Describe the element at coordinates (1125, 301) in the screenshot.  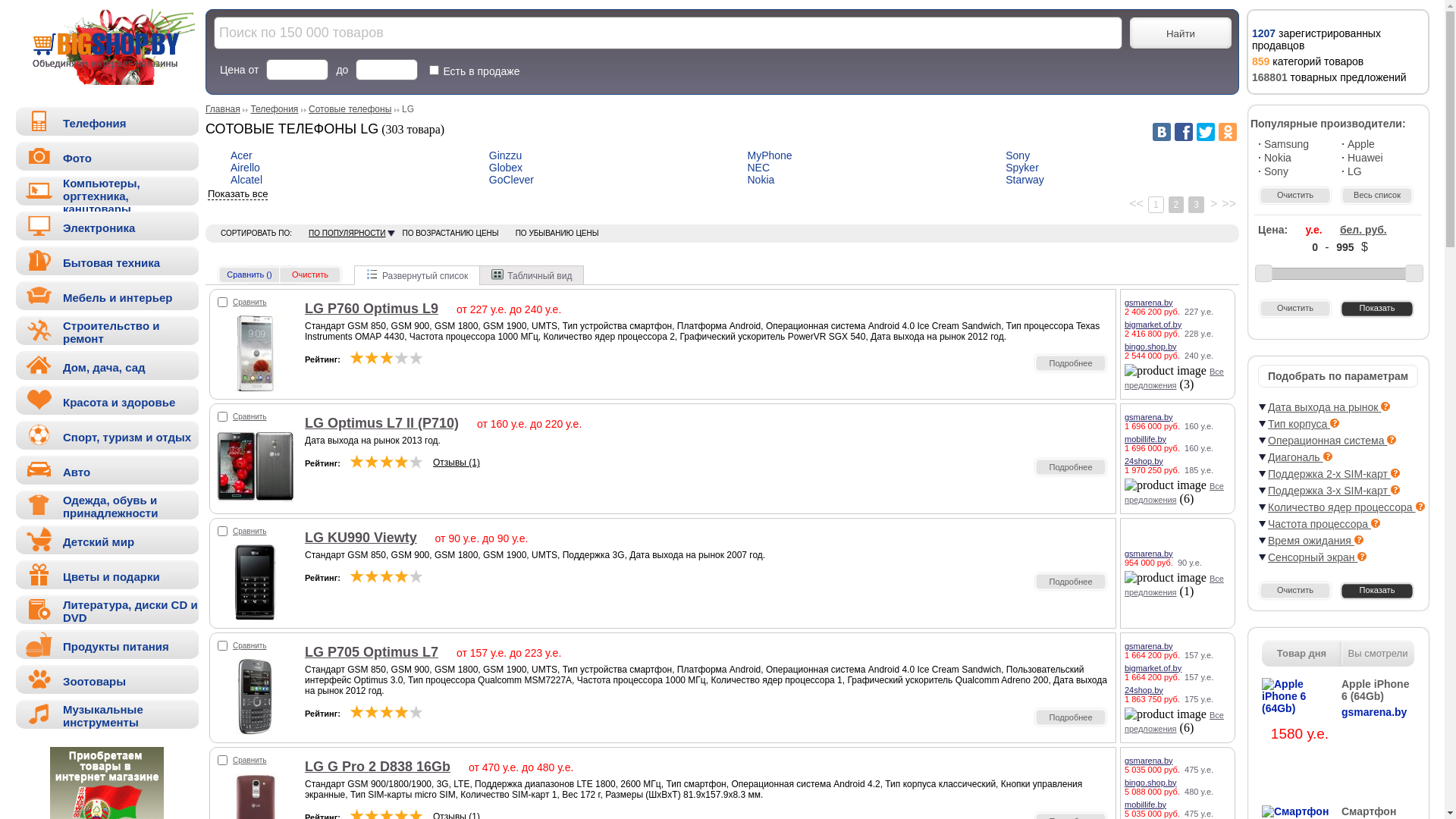
I see `'gsmarena.by'` at that location.